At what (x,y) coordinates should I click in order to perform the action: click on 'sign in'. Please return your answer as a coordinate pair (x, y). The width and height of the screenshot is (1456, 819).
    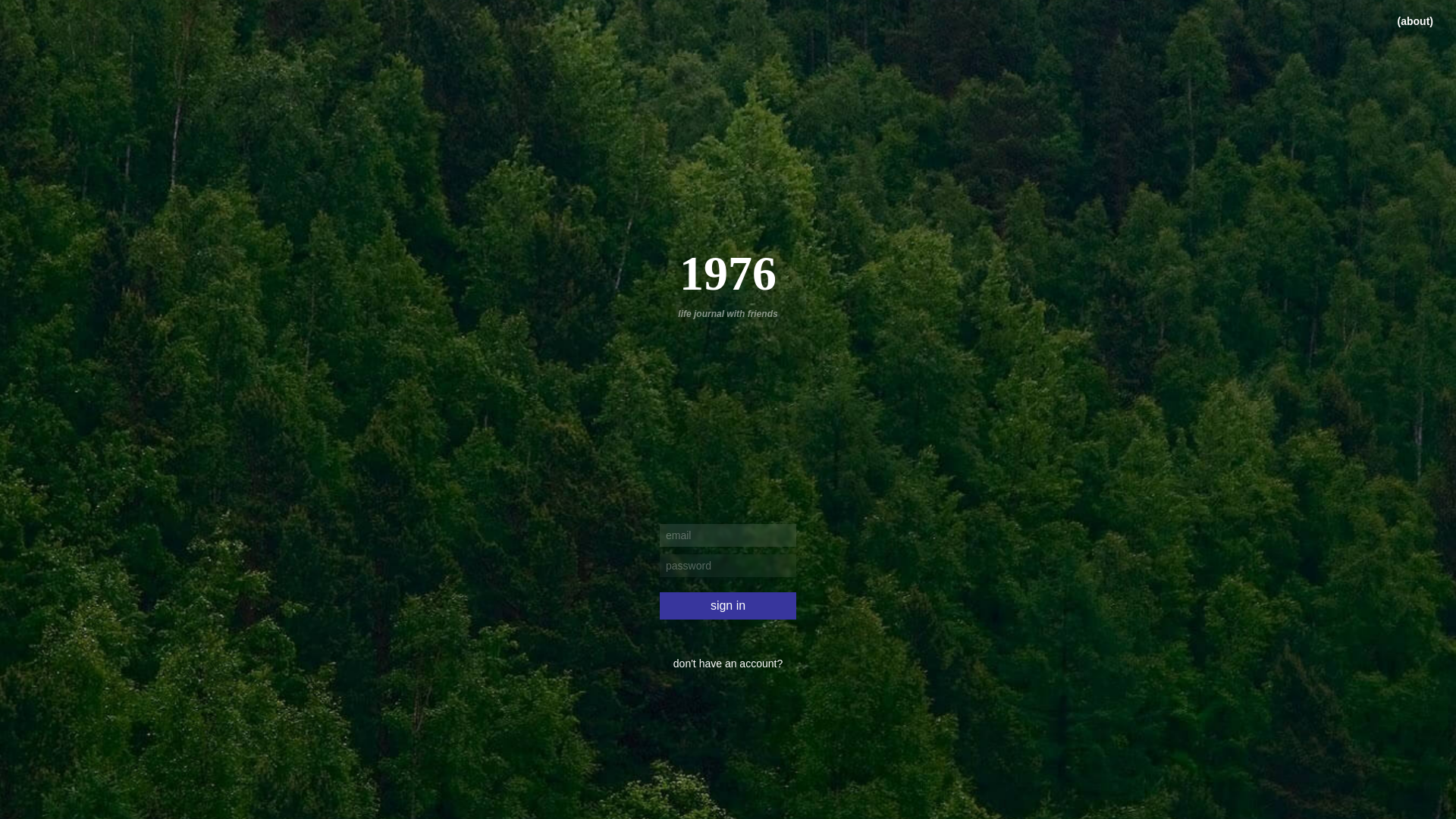
    Looking at the image, I should click on (728, 604).